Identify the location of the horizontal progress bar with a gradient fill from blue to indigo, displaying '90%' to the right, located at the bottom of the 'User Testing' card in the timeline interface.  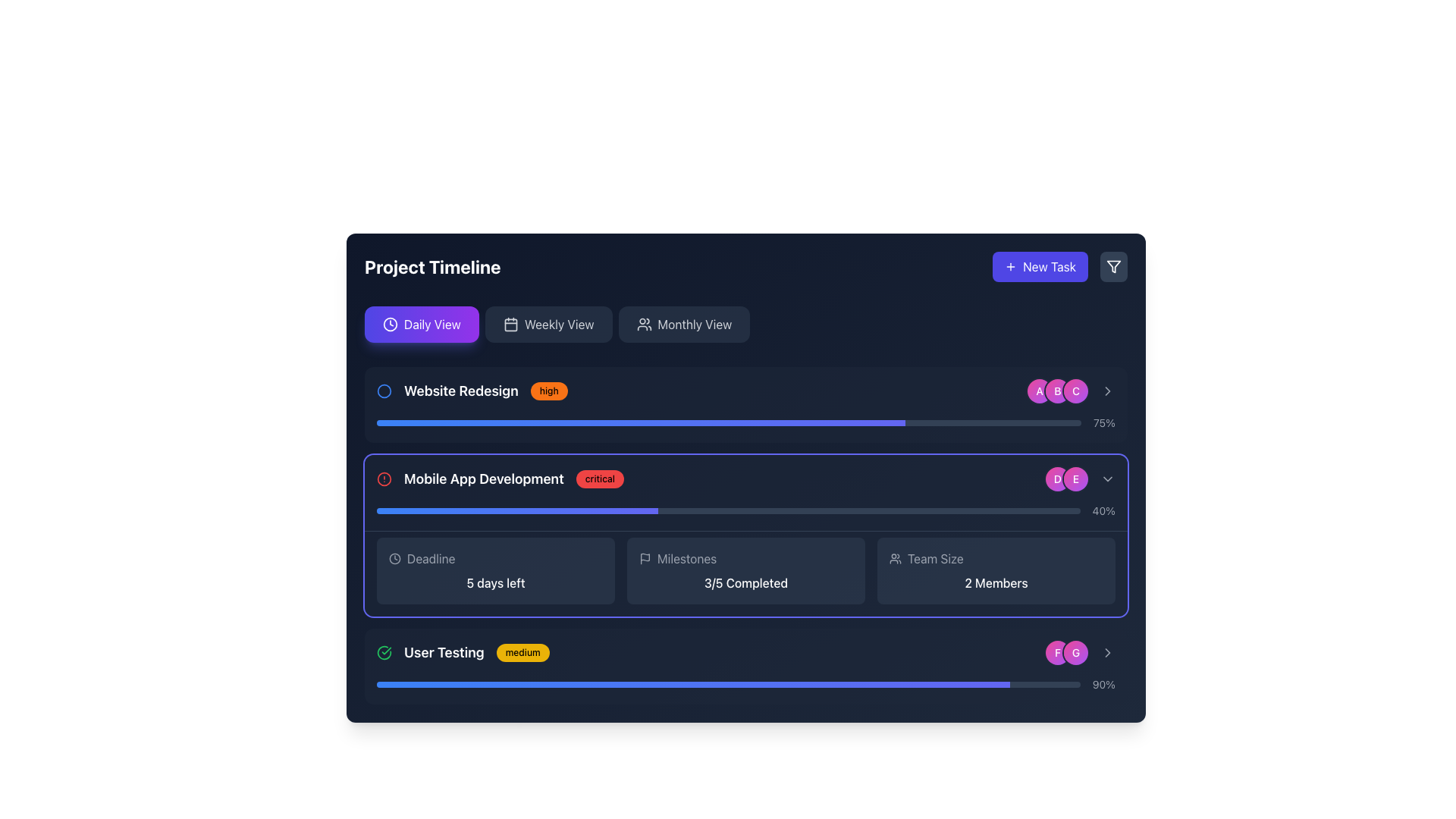
(745, 684).